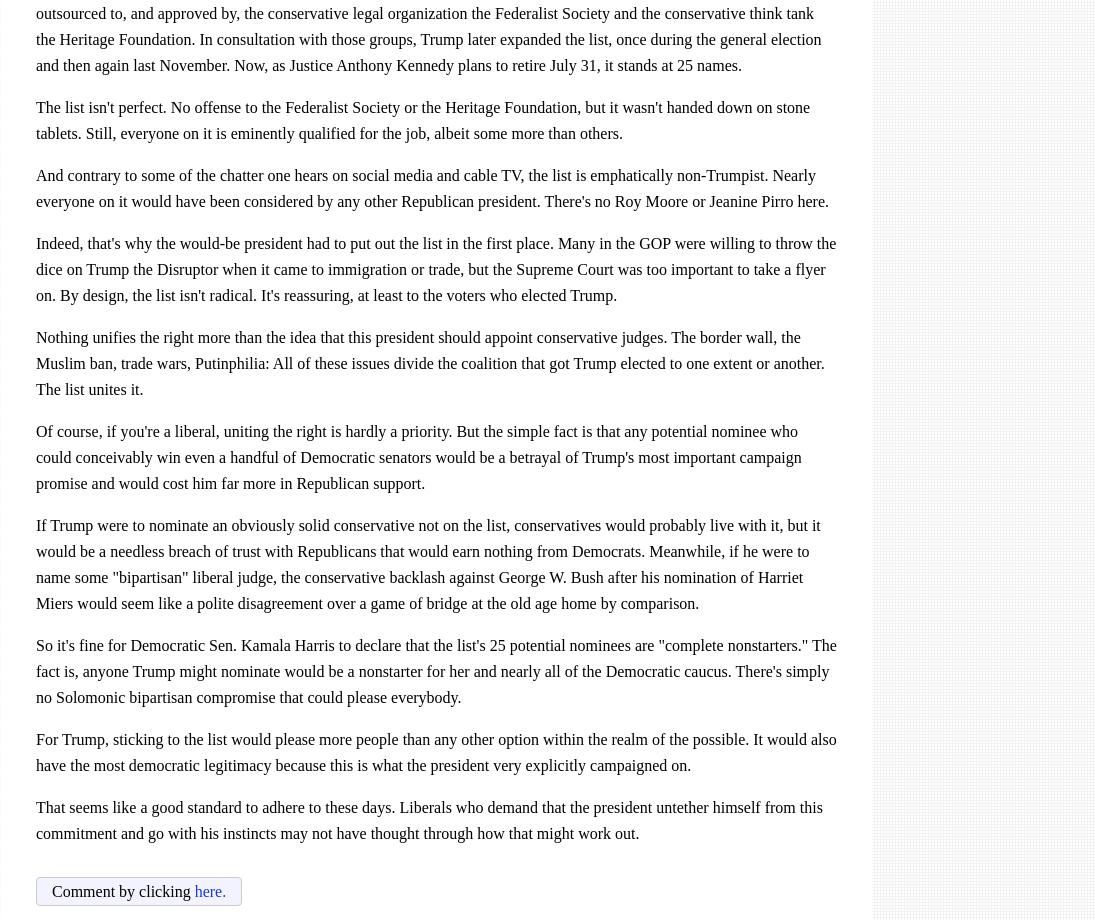 The image size is (1095, 920). What do you see at coordinates (605, 551) in the screenshot?
I see `'Democrats'` at bounding box center [605, 551].